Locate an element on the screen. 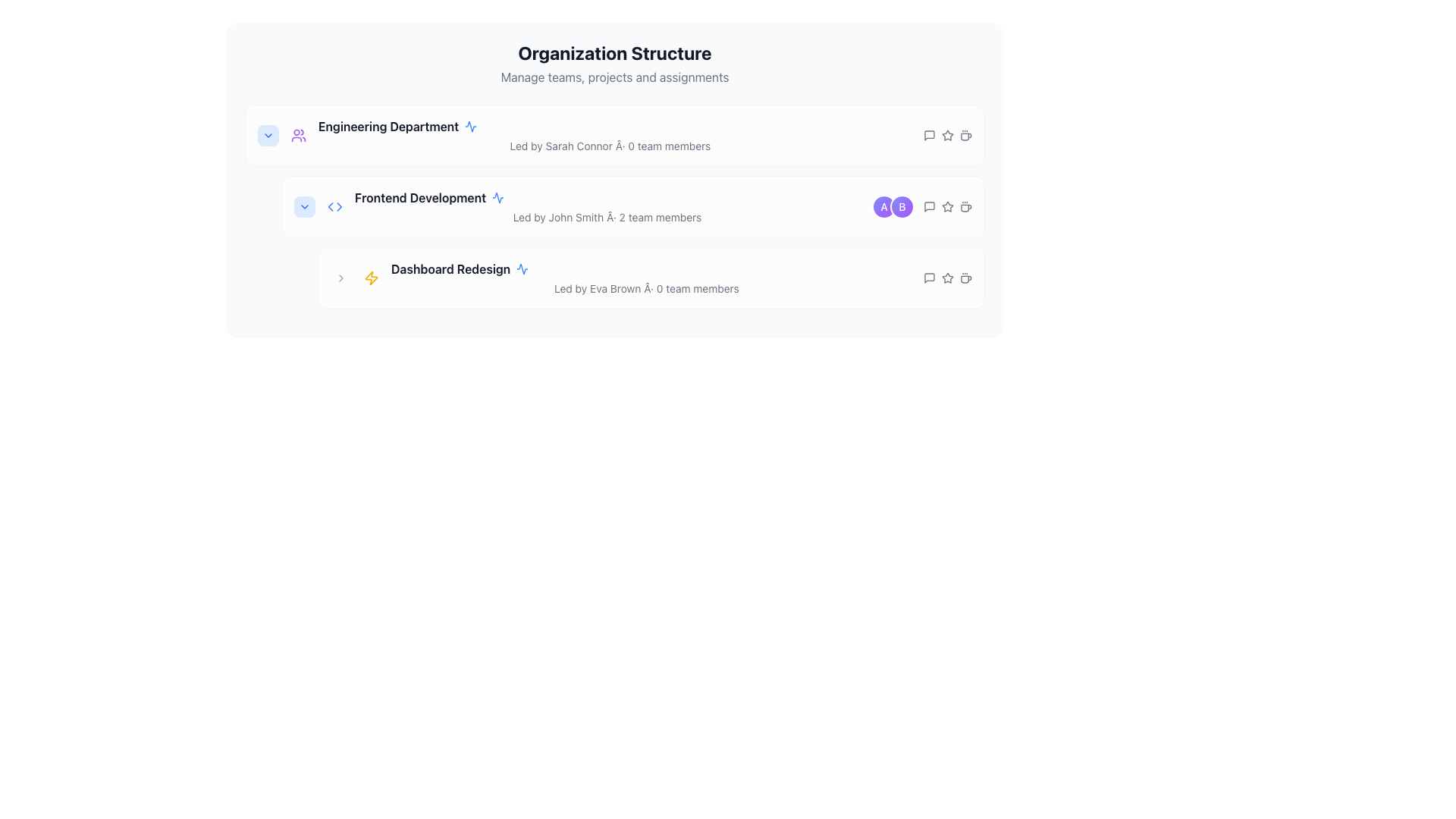 The width and height of the screenshot is (1456, 819). the star-shaped icon with a hollow center, which is the third icon from the left in a group of horizontally aligned icons is located at coordinates (946, 207).